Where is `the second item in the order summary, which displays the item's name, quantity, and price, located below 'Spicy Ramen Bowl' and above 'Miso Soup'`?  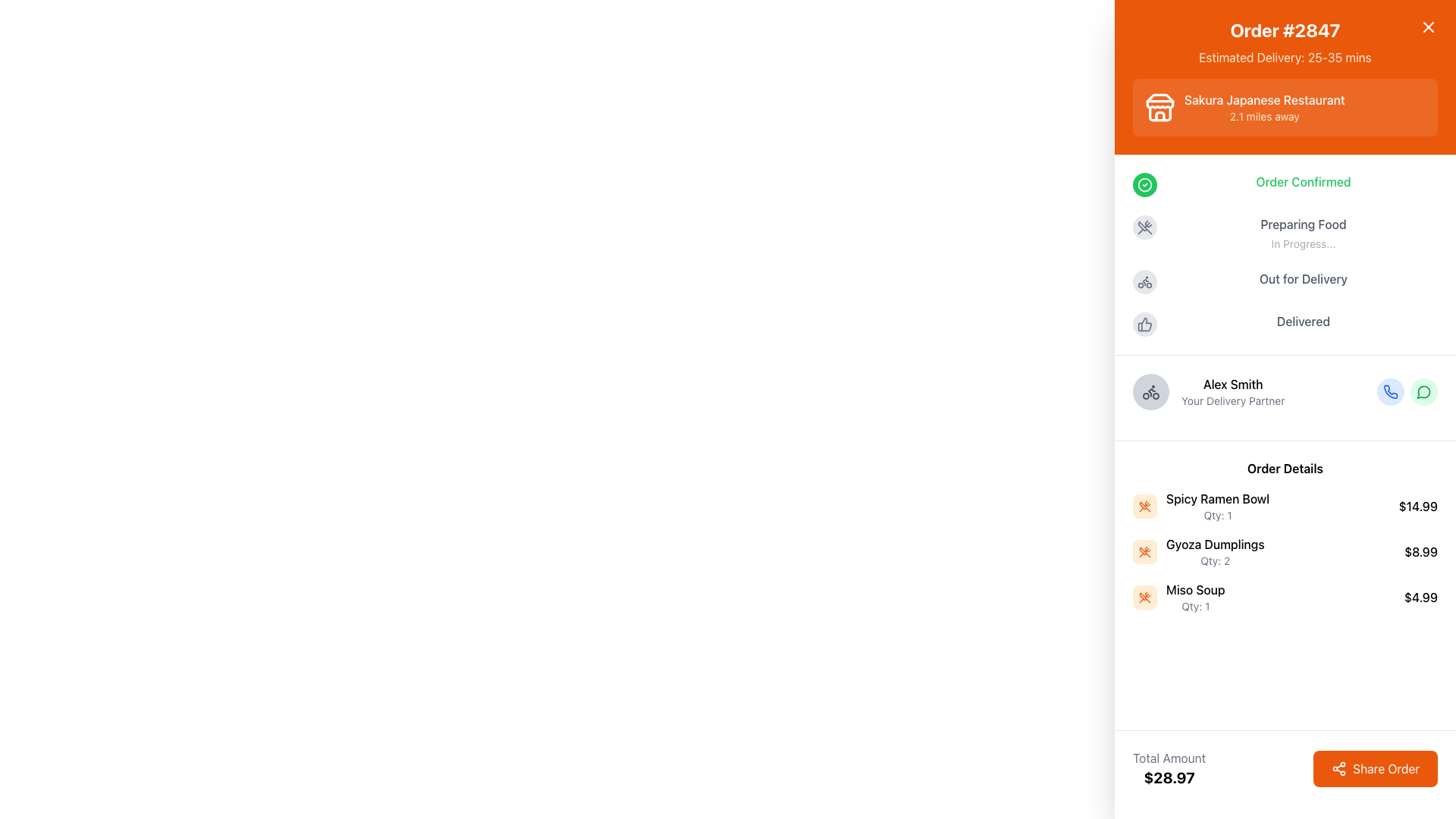
the second item in the order summary, which displays the item's name, quantity, and price, located below 'Spicy Ramen Bowl' and above 'Miso Soup' is located at coordinates (1284, 552).